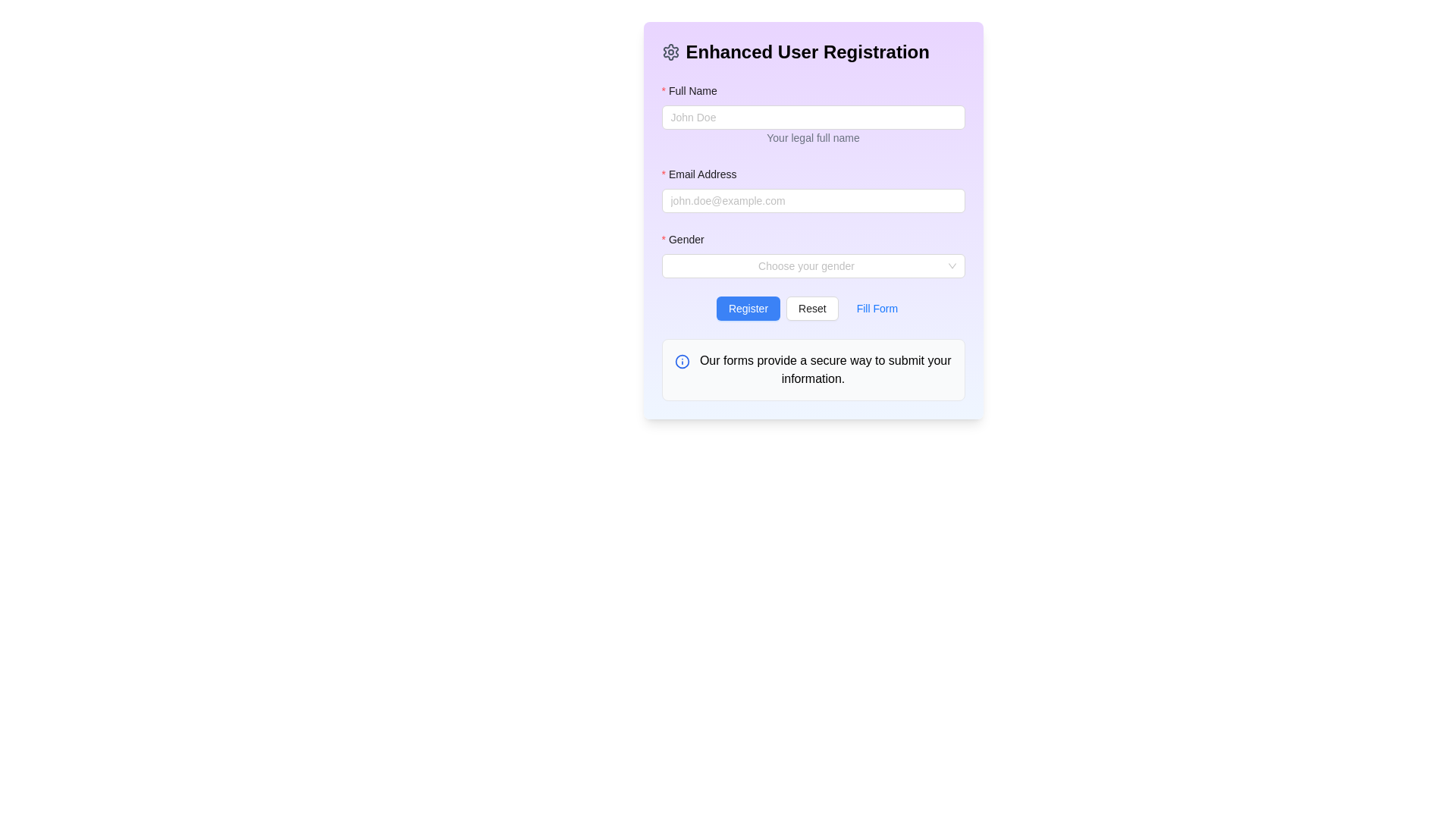 This screenshot has width=1456, height=819. What do you see at coordinates (682, 361) in the screenshot?
I see `the circular icon with a blue outline and white center, located in the bottom section of the card aligned to the left of the text 'Our forms provide a secure way to submit your information.'` at bounding box center [682, 361].